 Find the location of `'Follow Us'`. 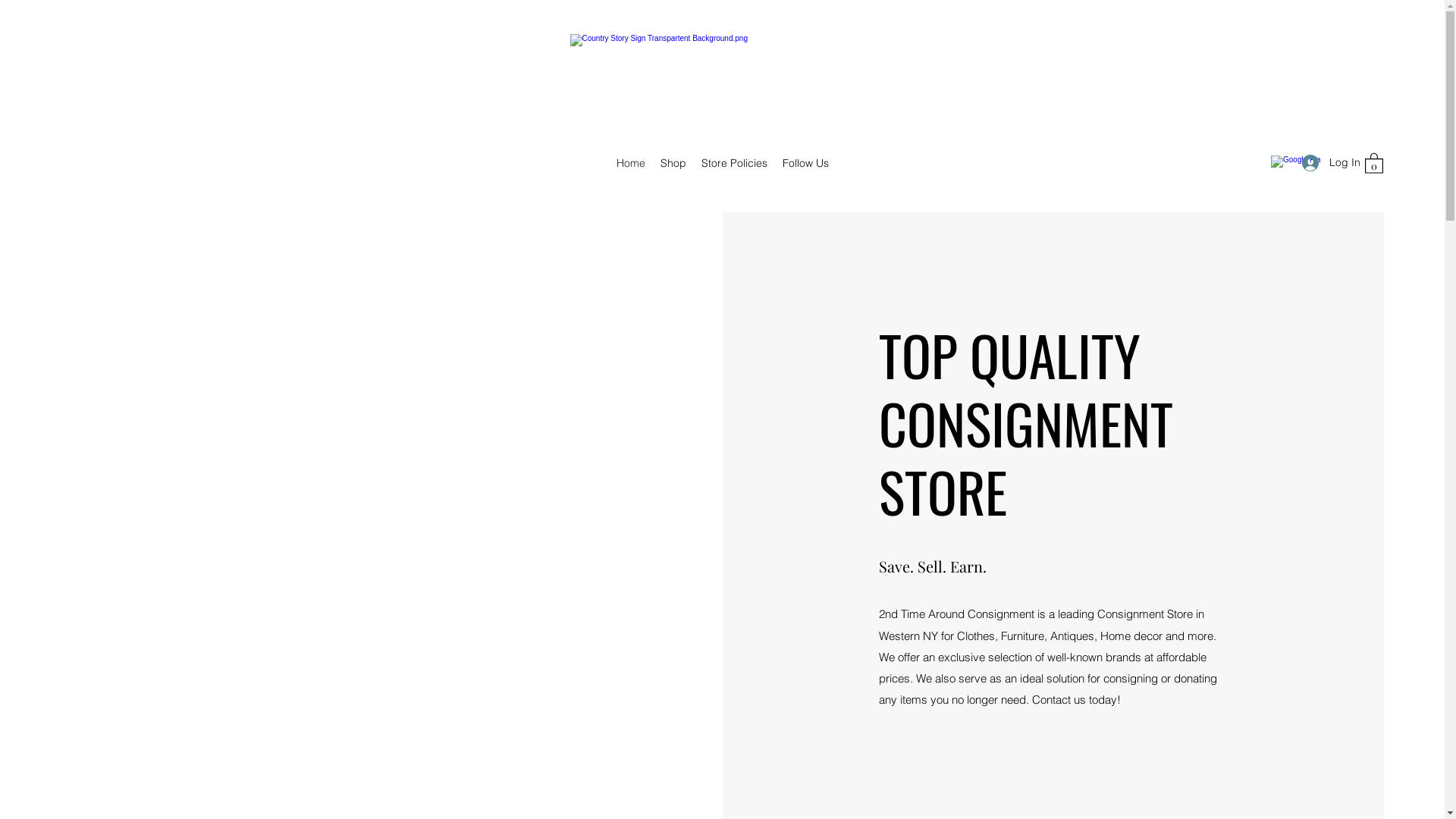

'Follow Us' is located at coordinates (775, 163).